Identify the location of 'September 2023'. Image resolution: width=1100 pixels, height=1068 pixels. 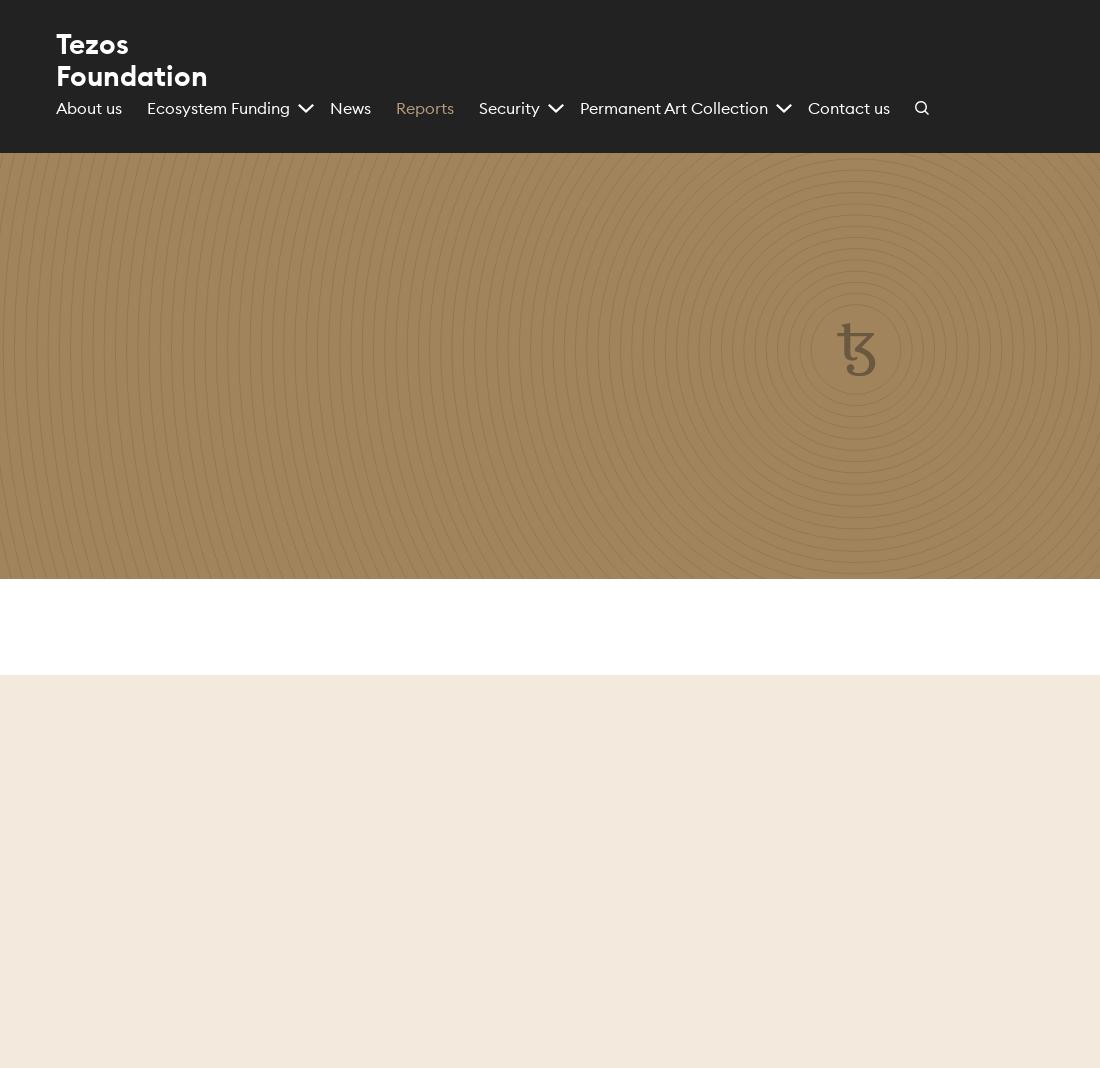
(859, 798).